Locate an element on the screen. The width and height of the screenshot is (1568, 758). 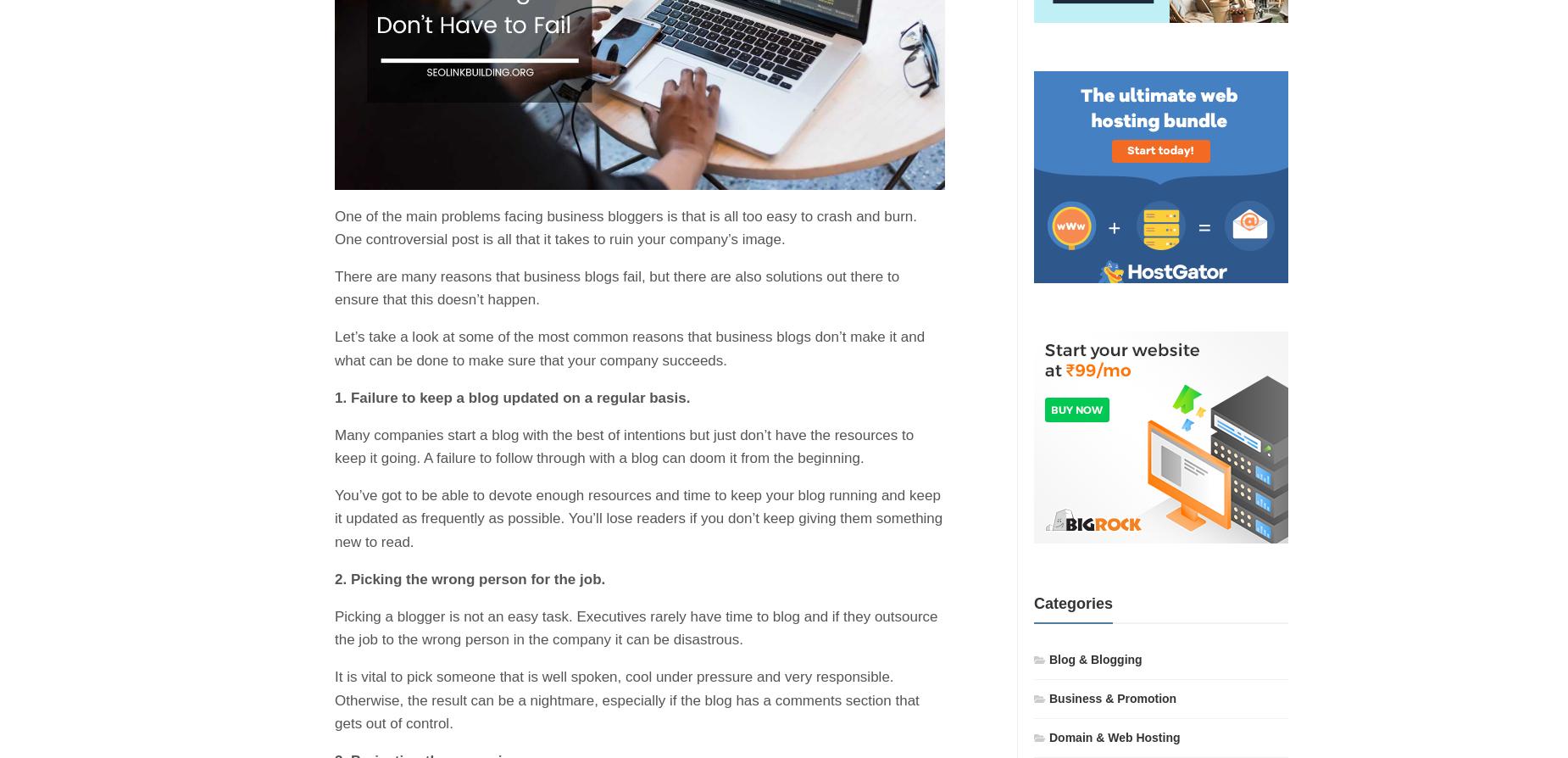
'Blog & Blogging' is located at coordinates (1094, 657).